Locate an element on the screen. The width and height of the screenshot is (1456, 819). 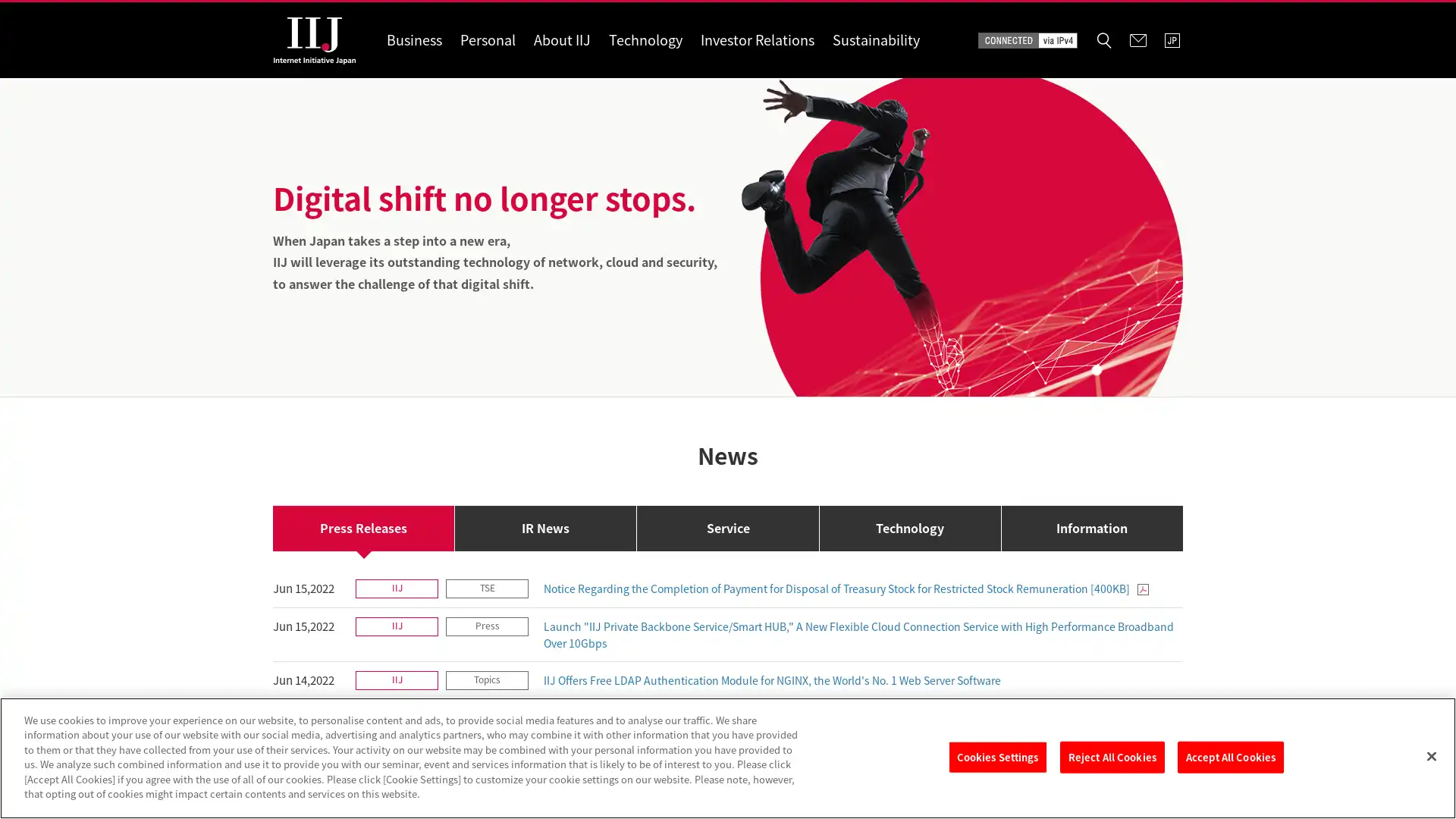
Close is located at coordinates (1430, 755).